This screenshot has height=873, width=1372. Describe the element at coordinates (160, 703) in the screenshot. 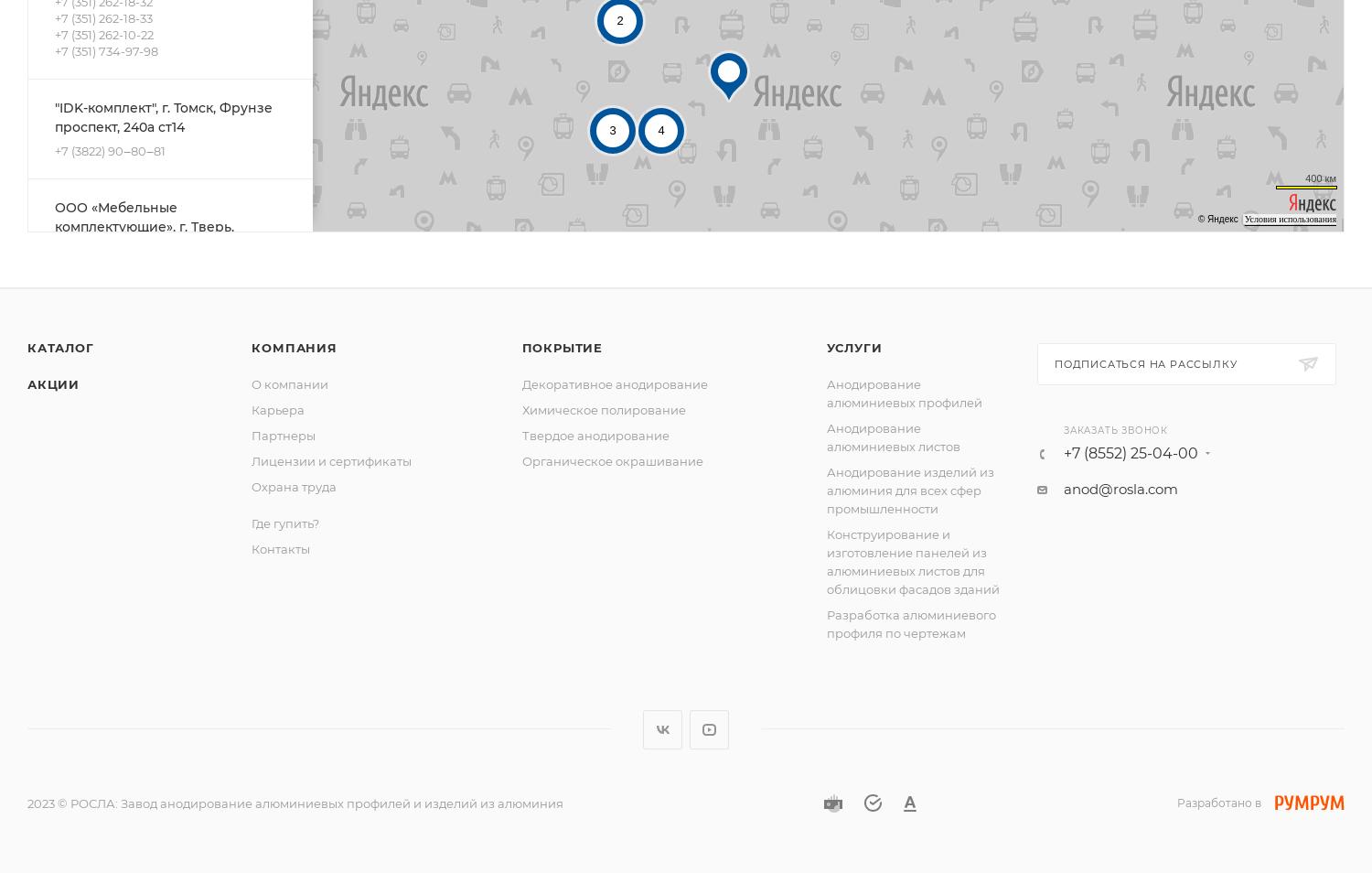

I see `'"Roomatic", г. Пермь, ул. Героев Хасана, дом 64, корп. 1'` at that location.